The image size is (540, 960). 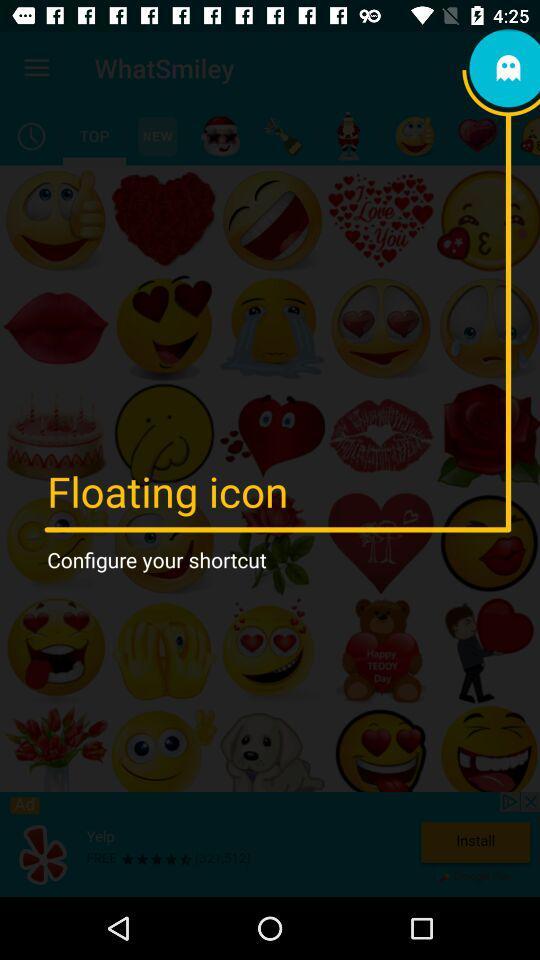 I want to click on happy face emojis, so click(x=414, y=135).